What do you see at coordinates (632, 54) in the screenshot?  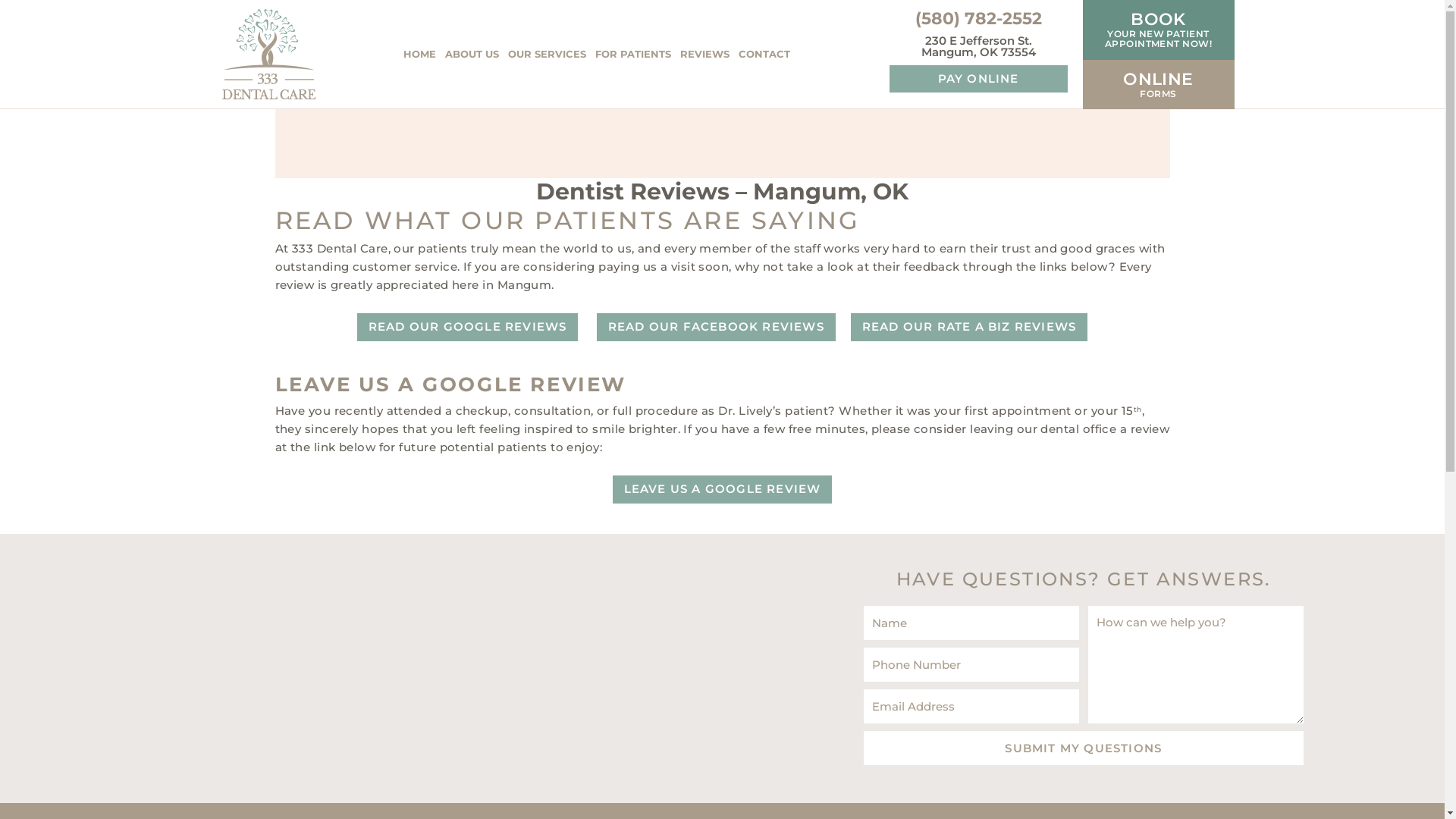 I see `'FOR PATIENTS'` at bounding box center [632, 54].